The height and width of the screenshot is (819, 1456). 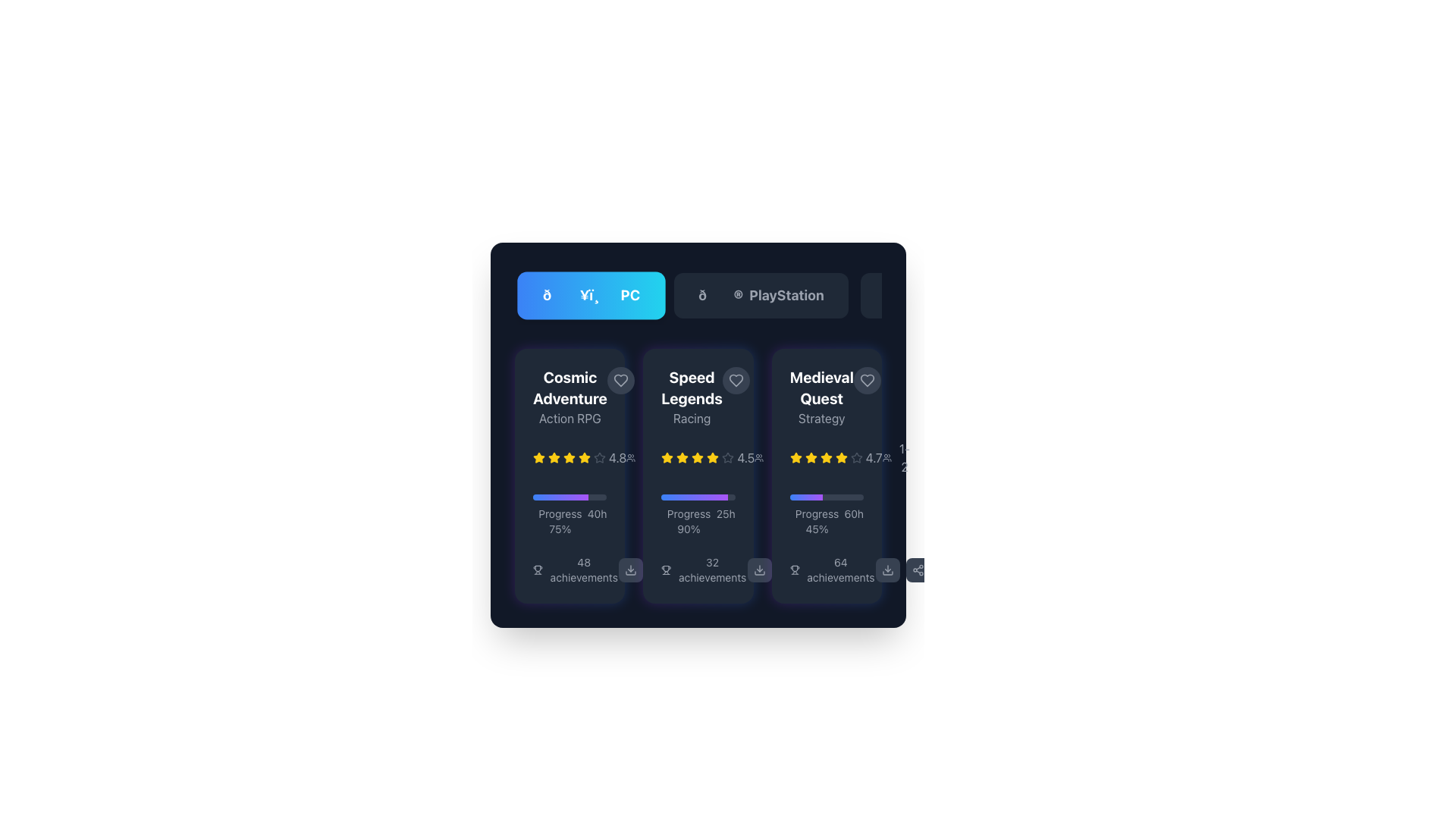 What do you see at coordinates (825, 457) in the screenshot?
I see `the fifth filled rating star icon in the rating section of the 'Medieval Quest' game card` at bounding box center [825, 457].